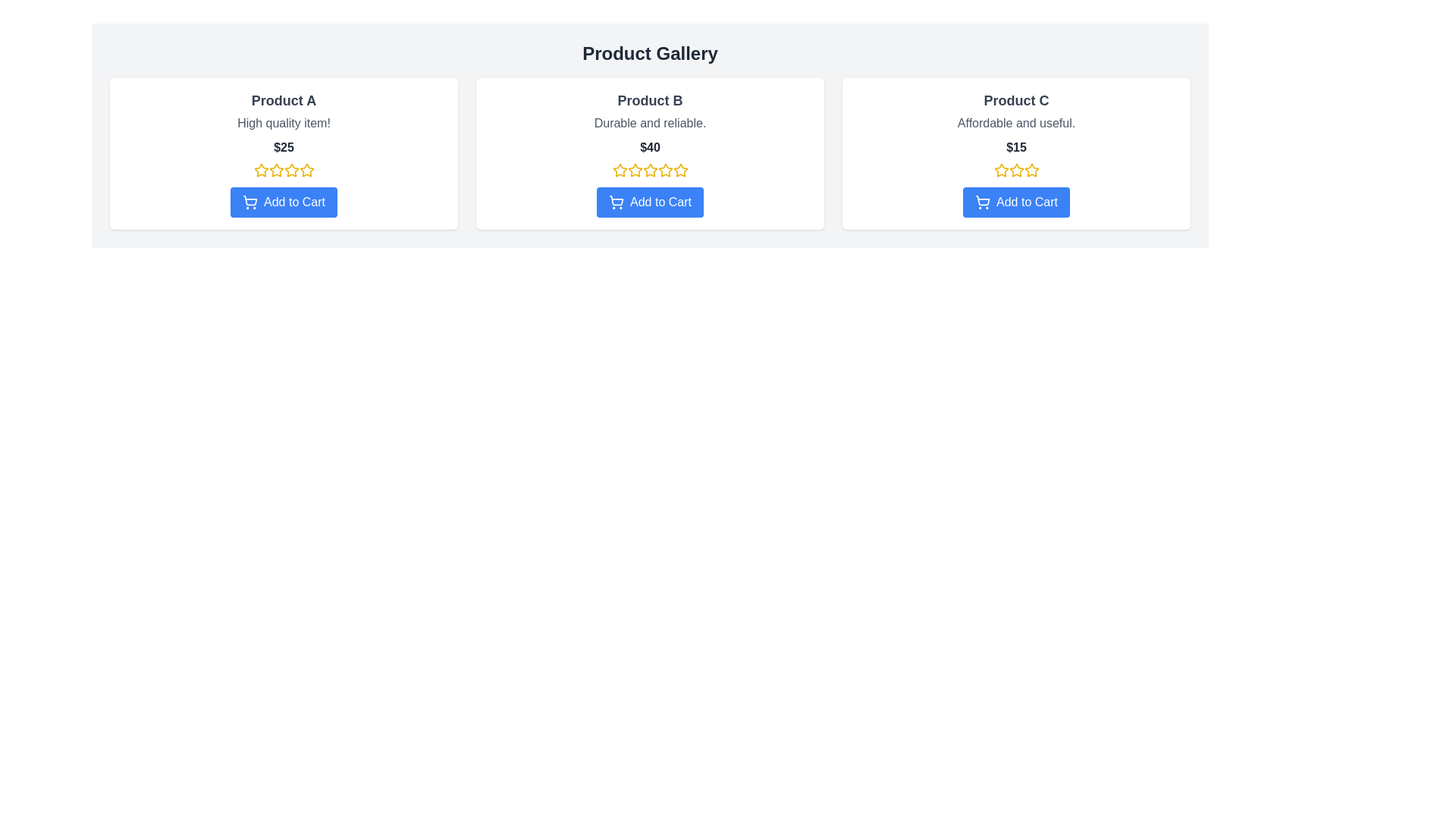  What do you see at coordinates (284, 148) in the screenshot?
I see `the price text element for 'Product A', which is located in the center column of a three-column grid, positioned below the product title and description, and above the rating stars` at bounding box center [284, 148].